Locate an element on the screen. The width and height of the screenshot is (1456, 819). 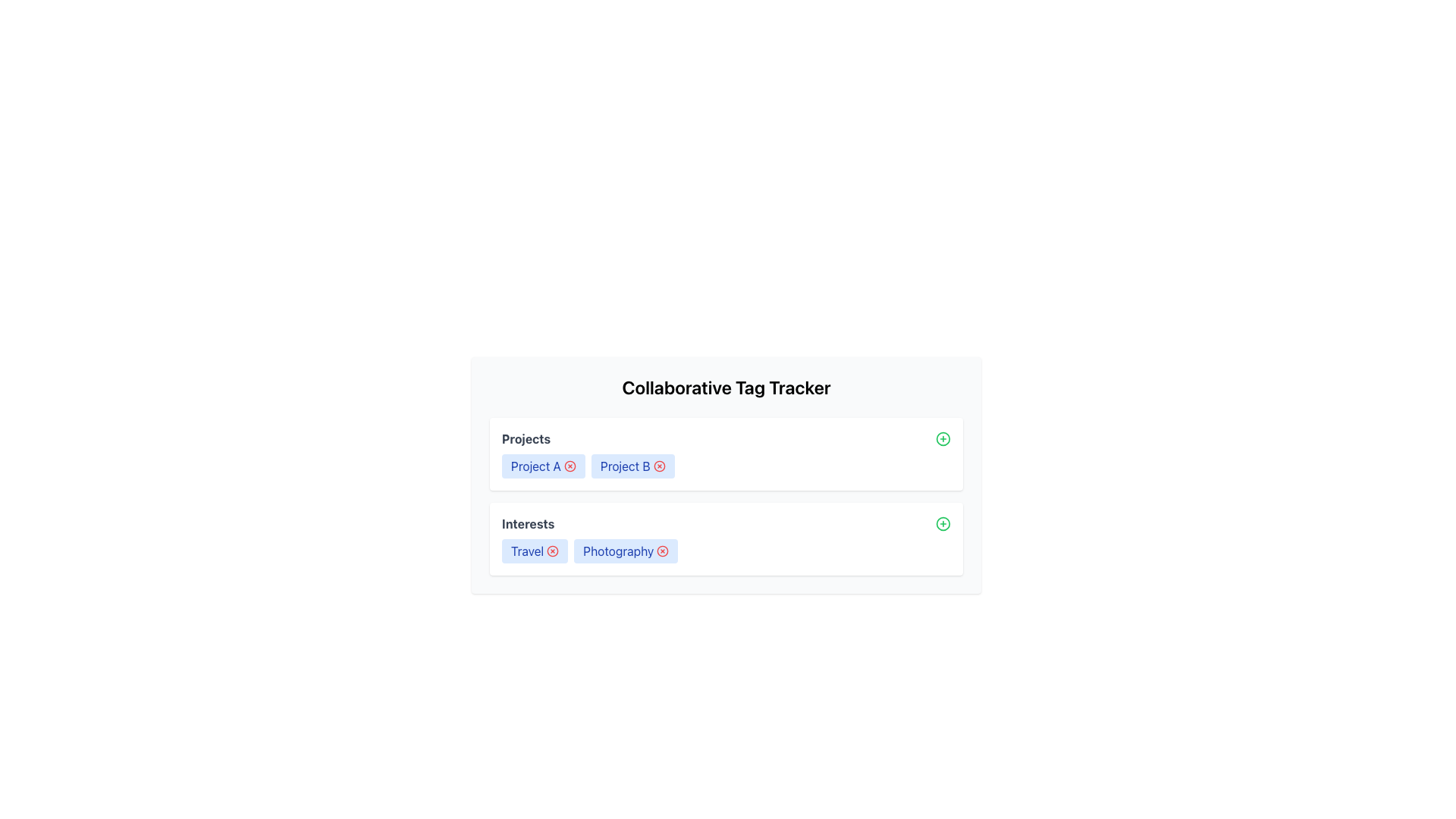
label text of the tag representing 'Project A' located in the 'Projects' section, which has a remove button next to it is located at coordinates (543, 465).